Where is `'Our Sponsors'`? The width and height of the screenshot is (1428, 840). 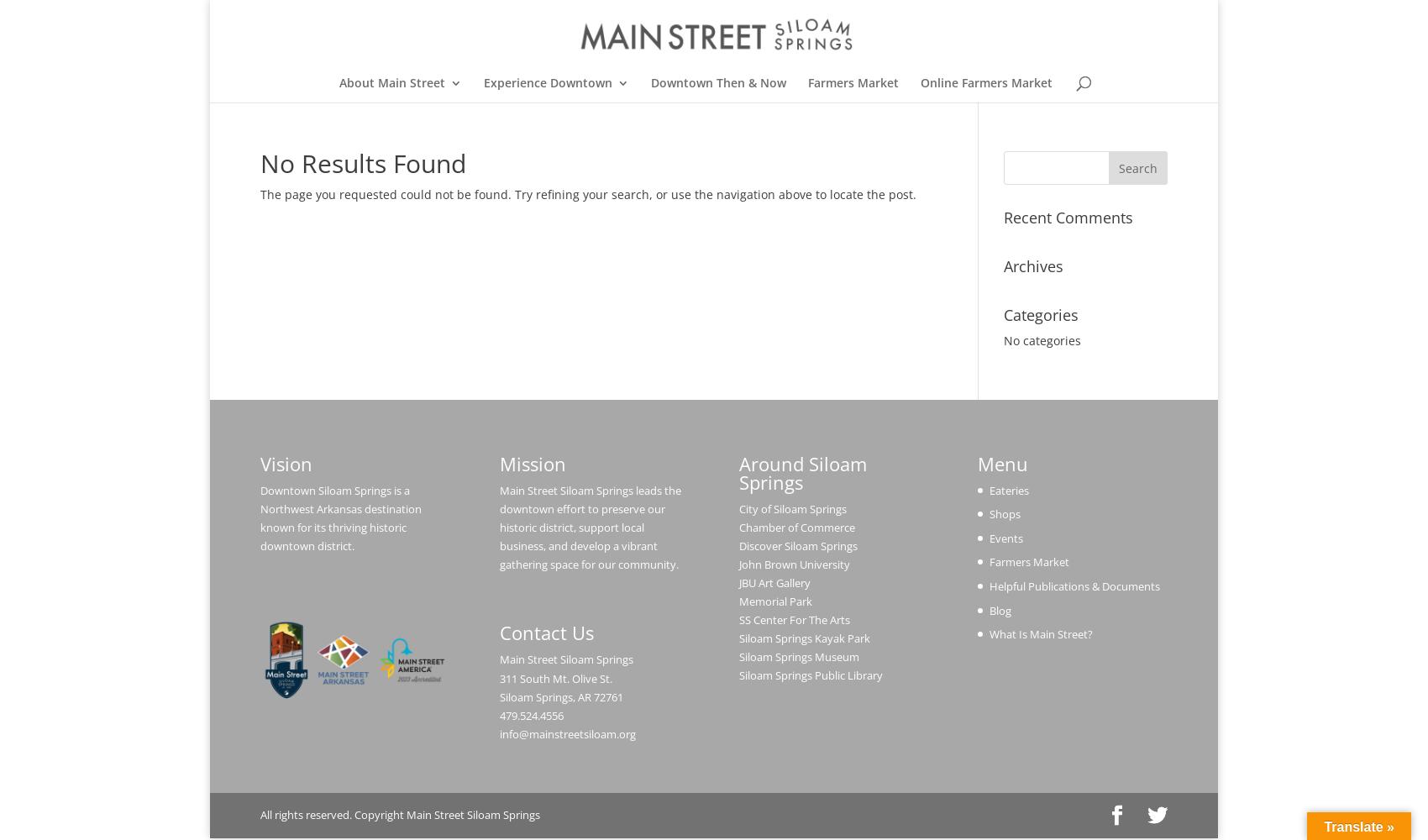 'Our Sponsors' is located at coordinates (411, 171).